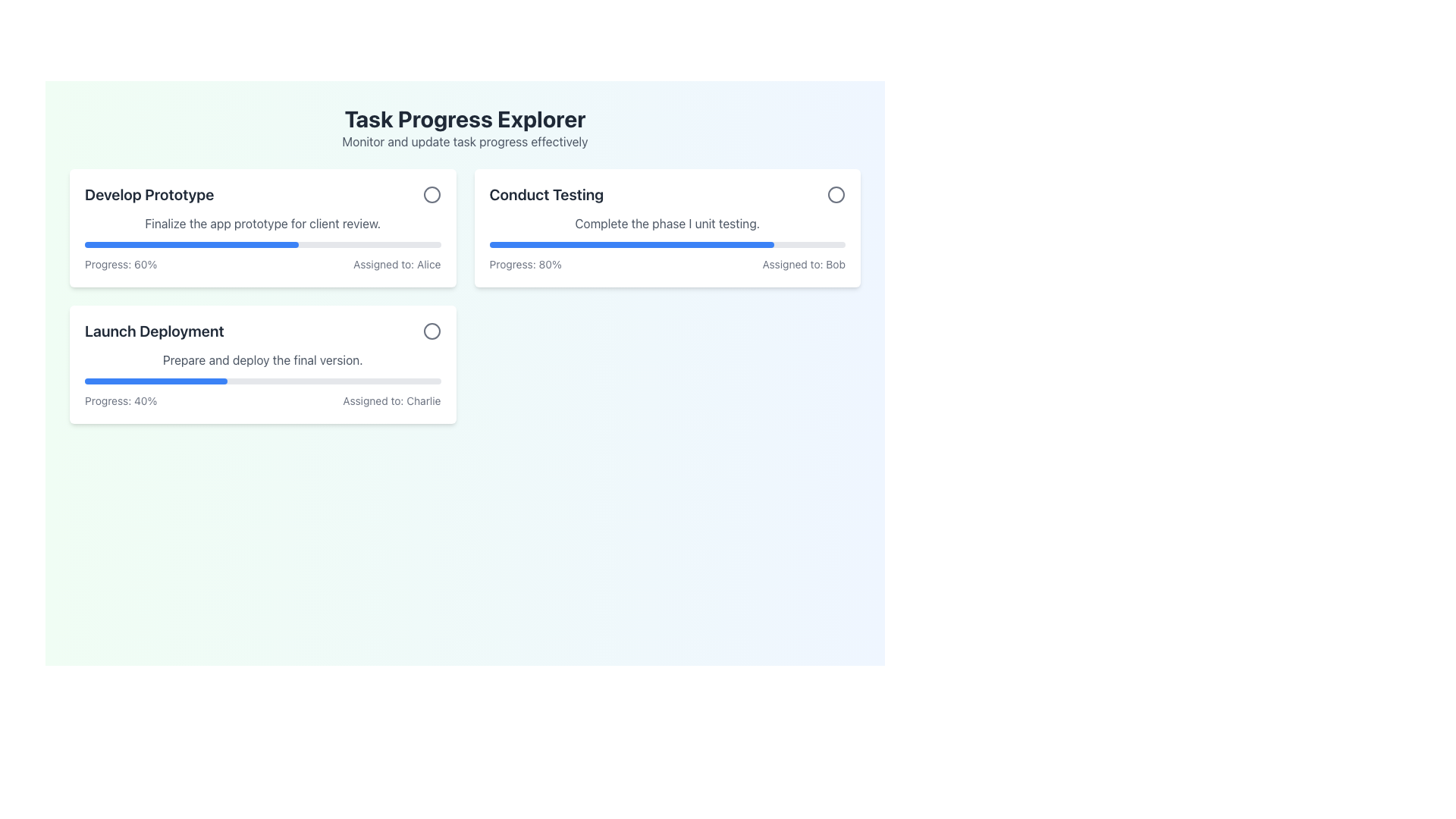  I want to click on text from the Text Label displaying 'Progress: 80%' located in the bottom-left corner of the 'Conduct Testing' task panel, positioned to the left of 'Assigned to: Bob', so click(526, 263).